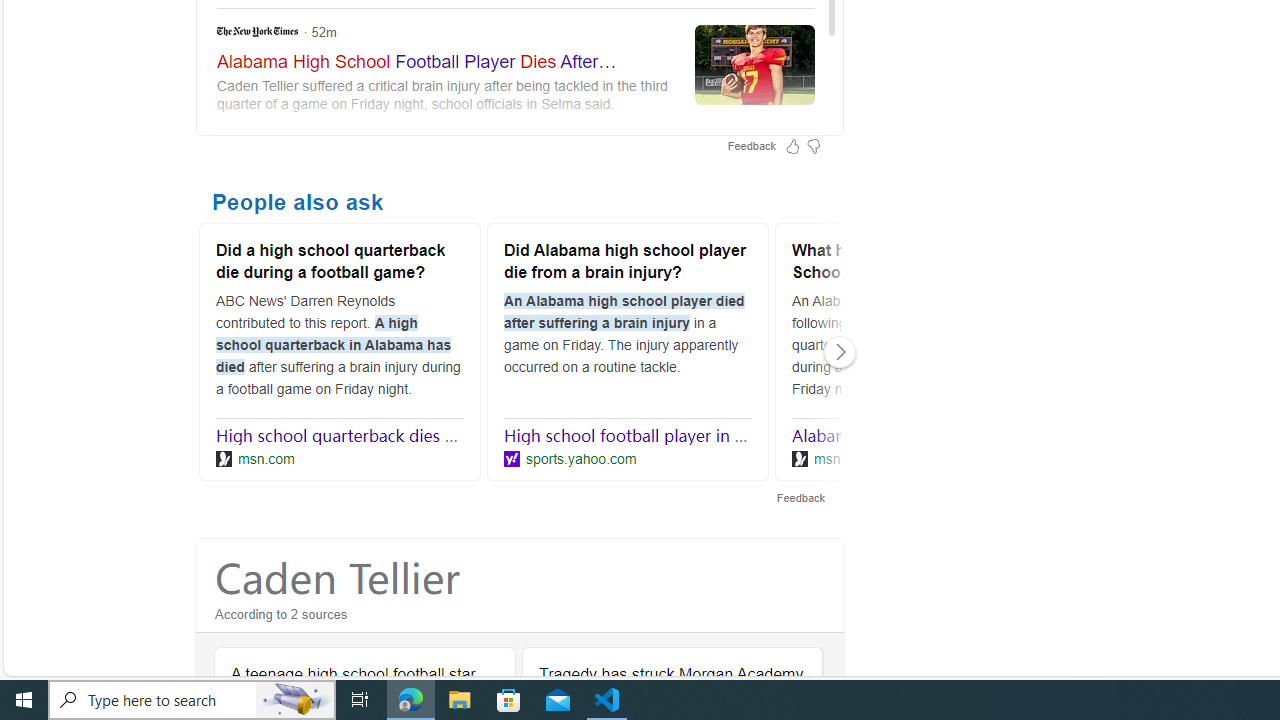 This screenshot has width=1280, height=720. What do you see at coordinates (339, 263) in the screenshot?
I see `'Did a high school quarterback die during a football game?'` at bounding box center [339, 263].